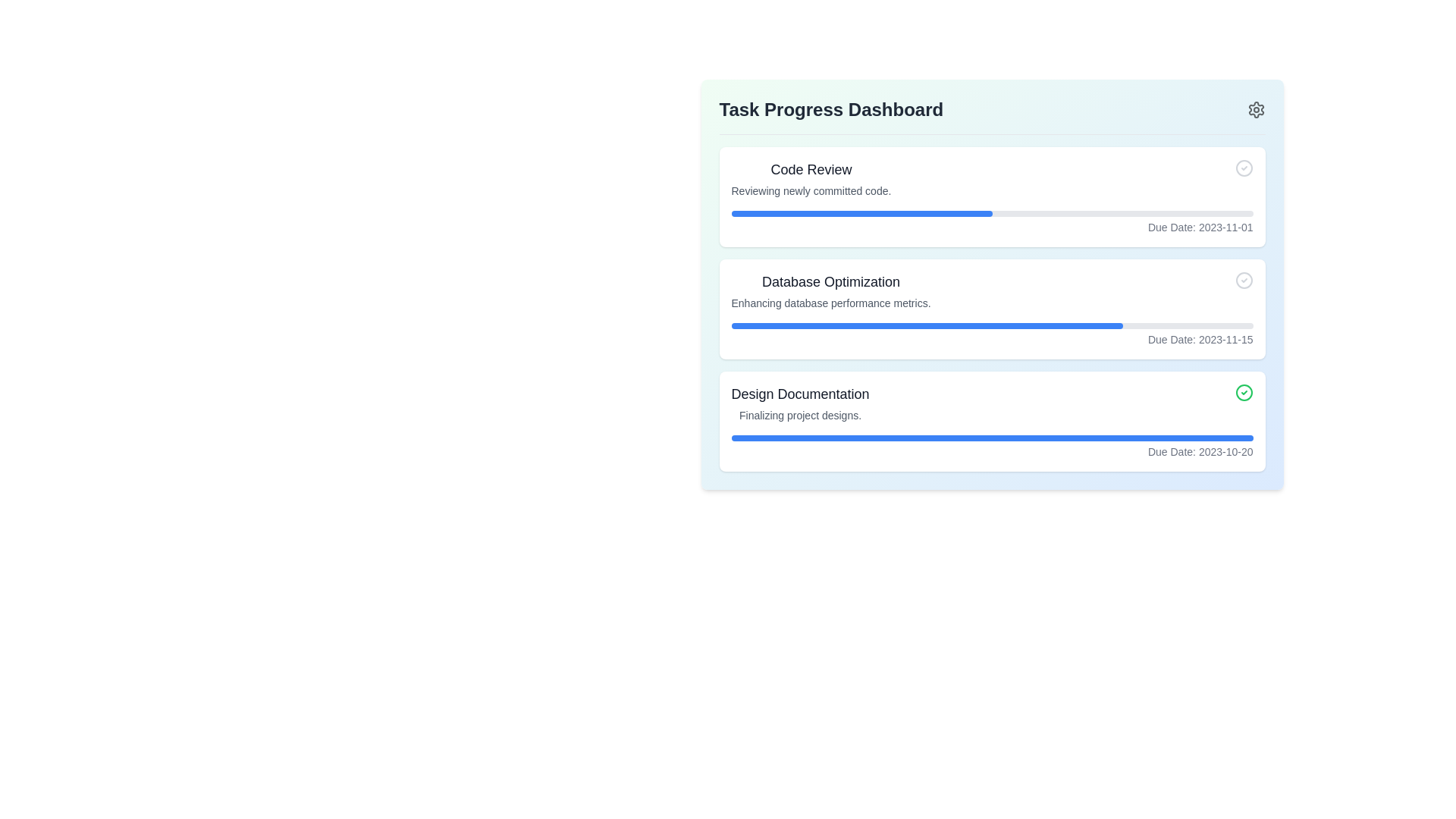 Image resolution: width=1456 pixels, height=819 pixels. What do you see at coordinates (830, 291) in the screenshot?
I see `the text block titled 'Database Optimization' that features a bold title and a lighter description, located in the center of the card in the second row of the task progress list` at bounding box center [830, 291].